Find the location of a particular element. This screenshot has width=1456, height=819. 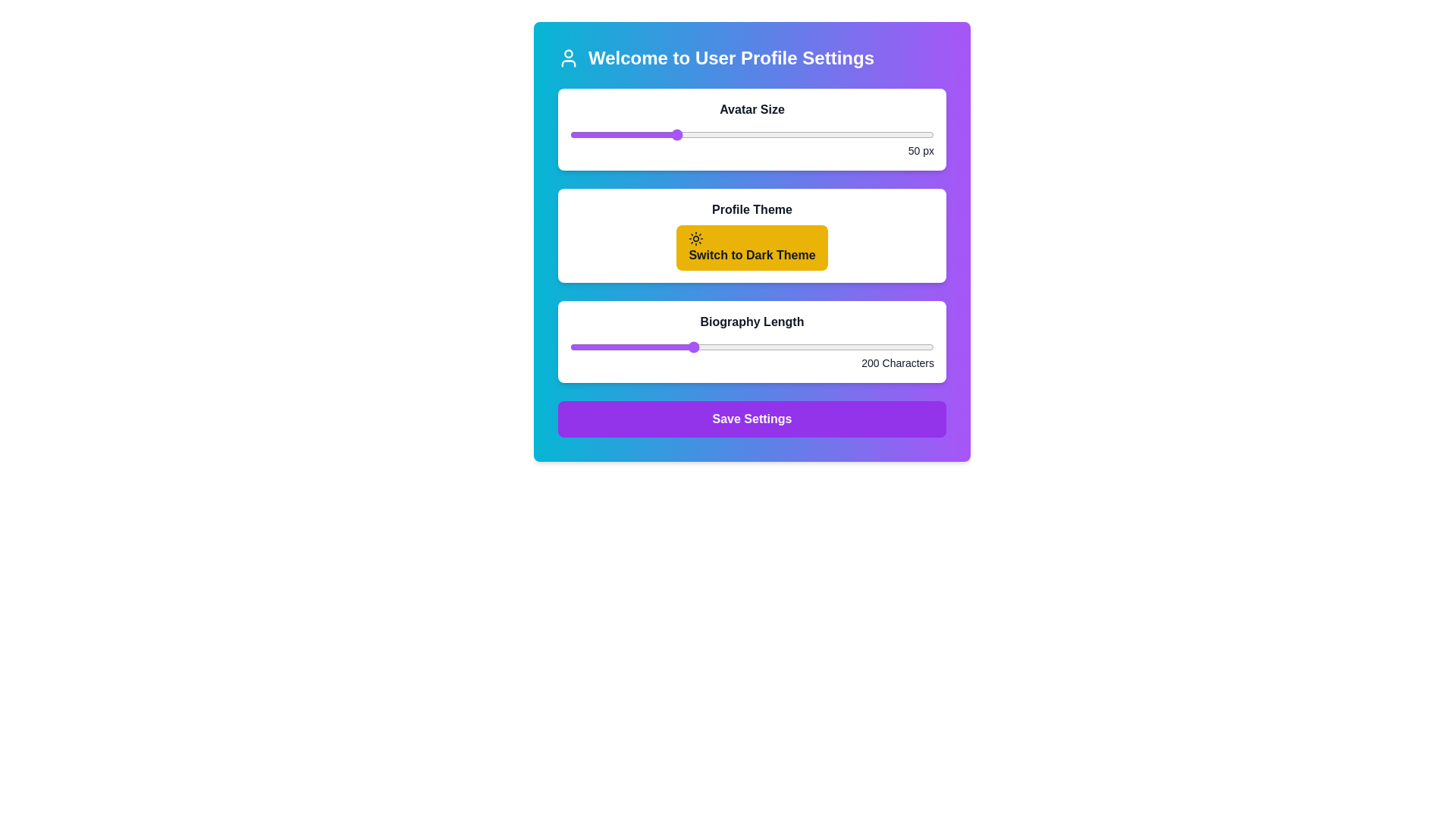

the biography length is located at coordinates (829, 347).